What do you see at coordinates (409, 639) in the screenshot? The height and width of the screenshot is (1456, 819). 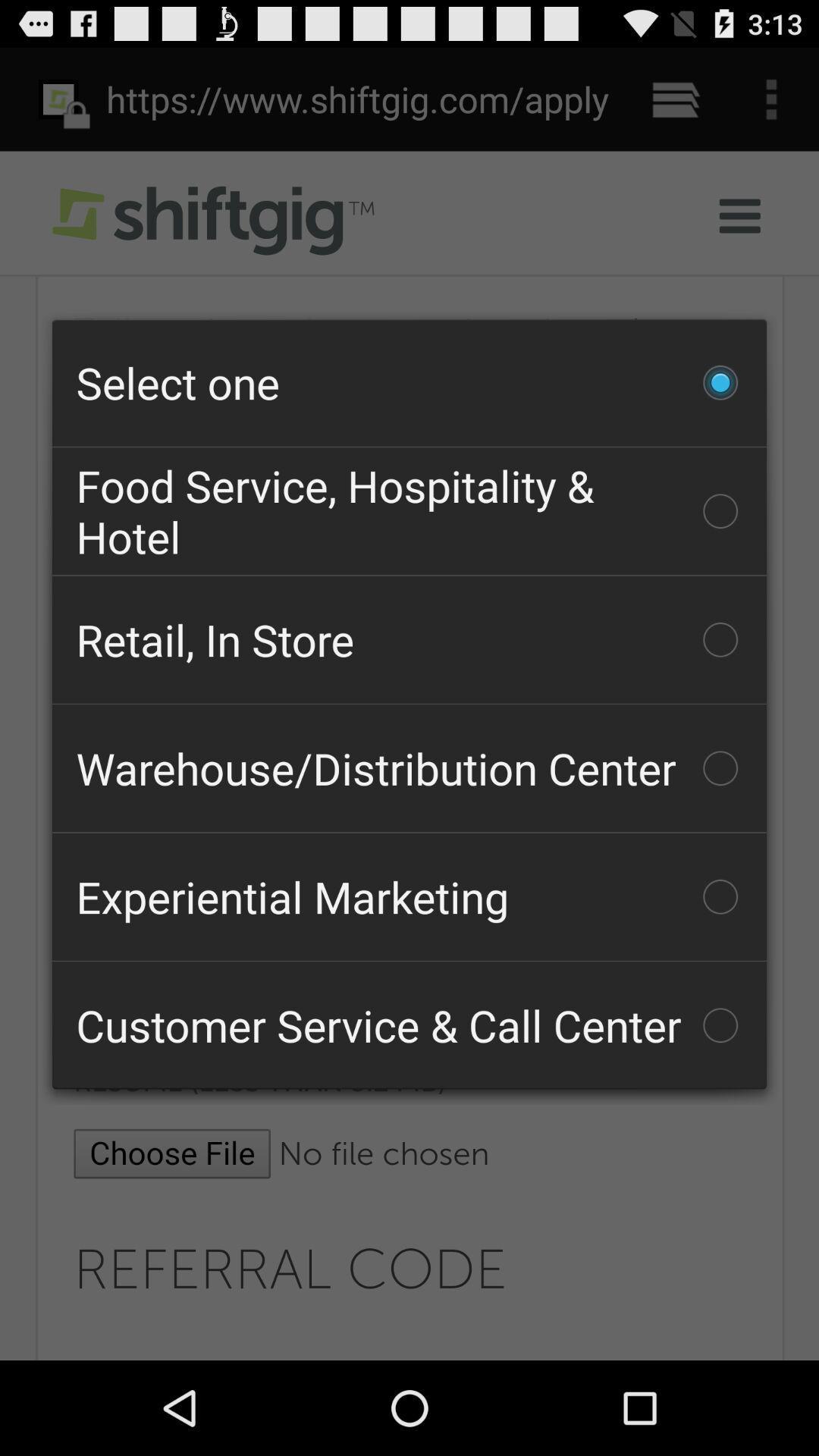 I see `retail, in store icon` at bounding box center [409, 639].